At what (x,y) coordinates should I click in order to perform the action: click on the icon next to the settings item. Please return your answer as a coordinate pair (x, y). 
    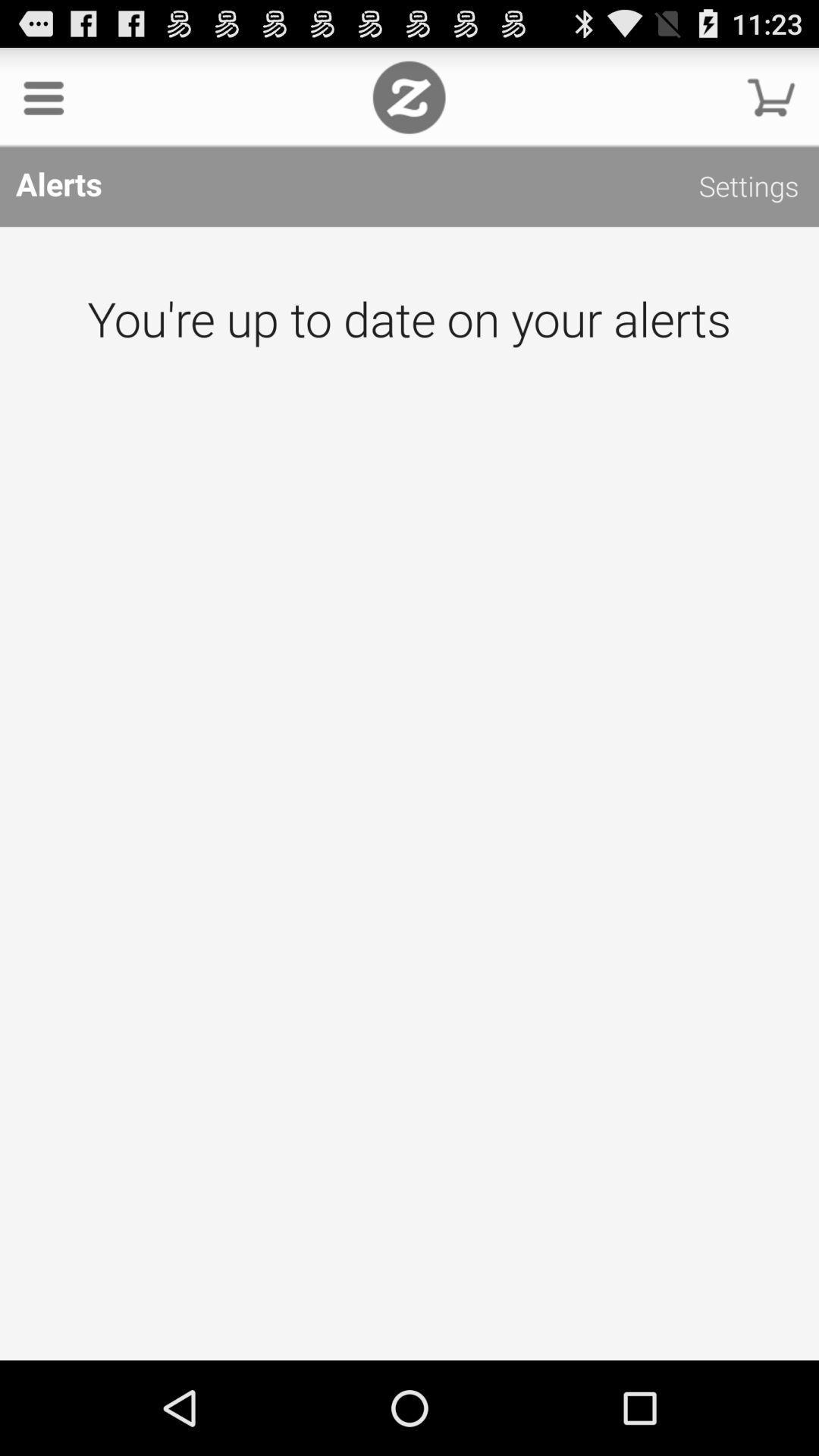
    Looking at the image, I should click on (408, 96).